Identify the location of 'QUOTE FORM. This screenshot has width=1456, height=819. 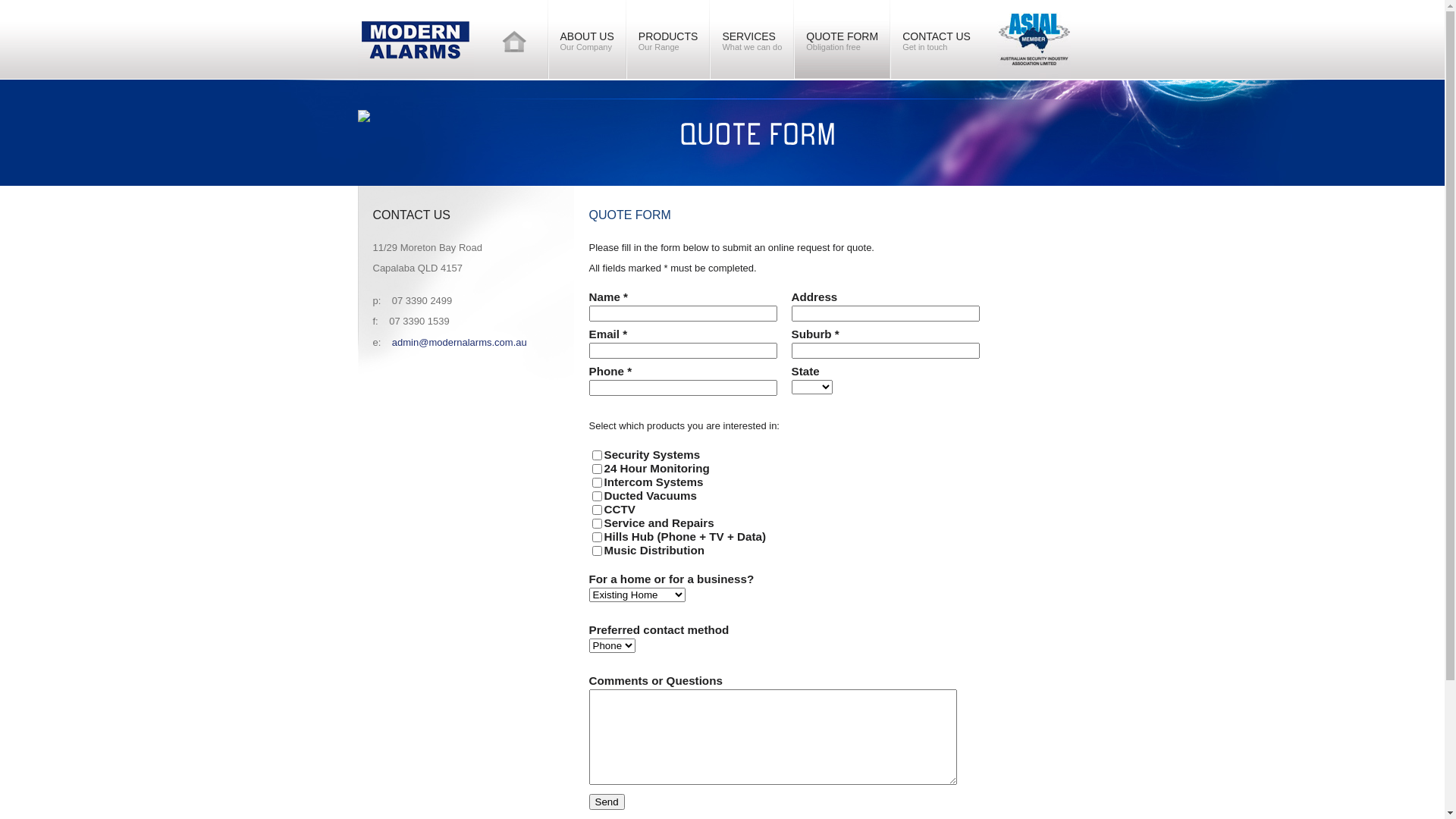
(841, 38).